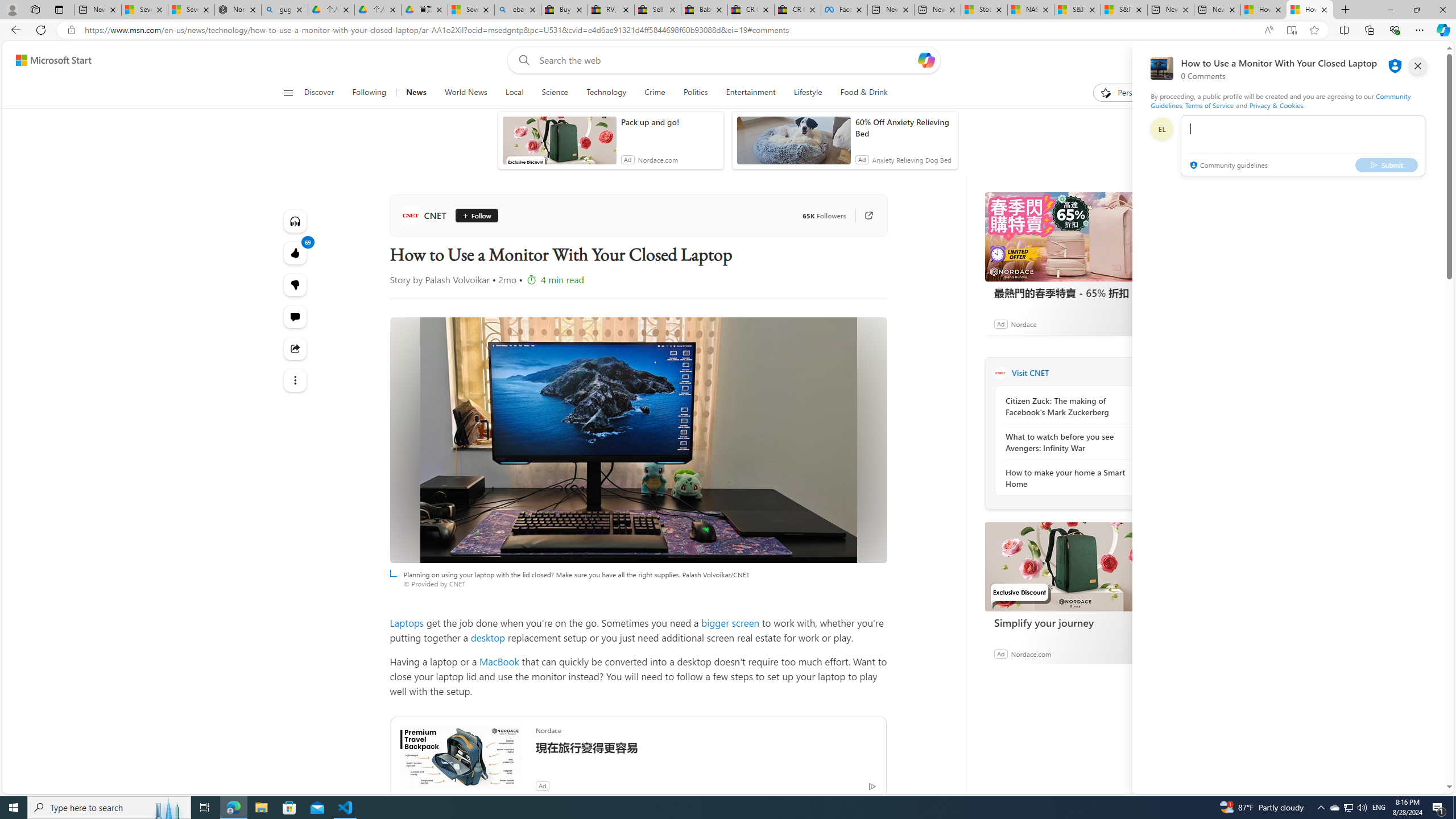  I want to click on 'Entertainment', so click(750, 92).